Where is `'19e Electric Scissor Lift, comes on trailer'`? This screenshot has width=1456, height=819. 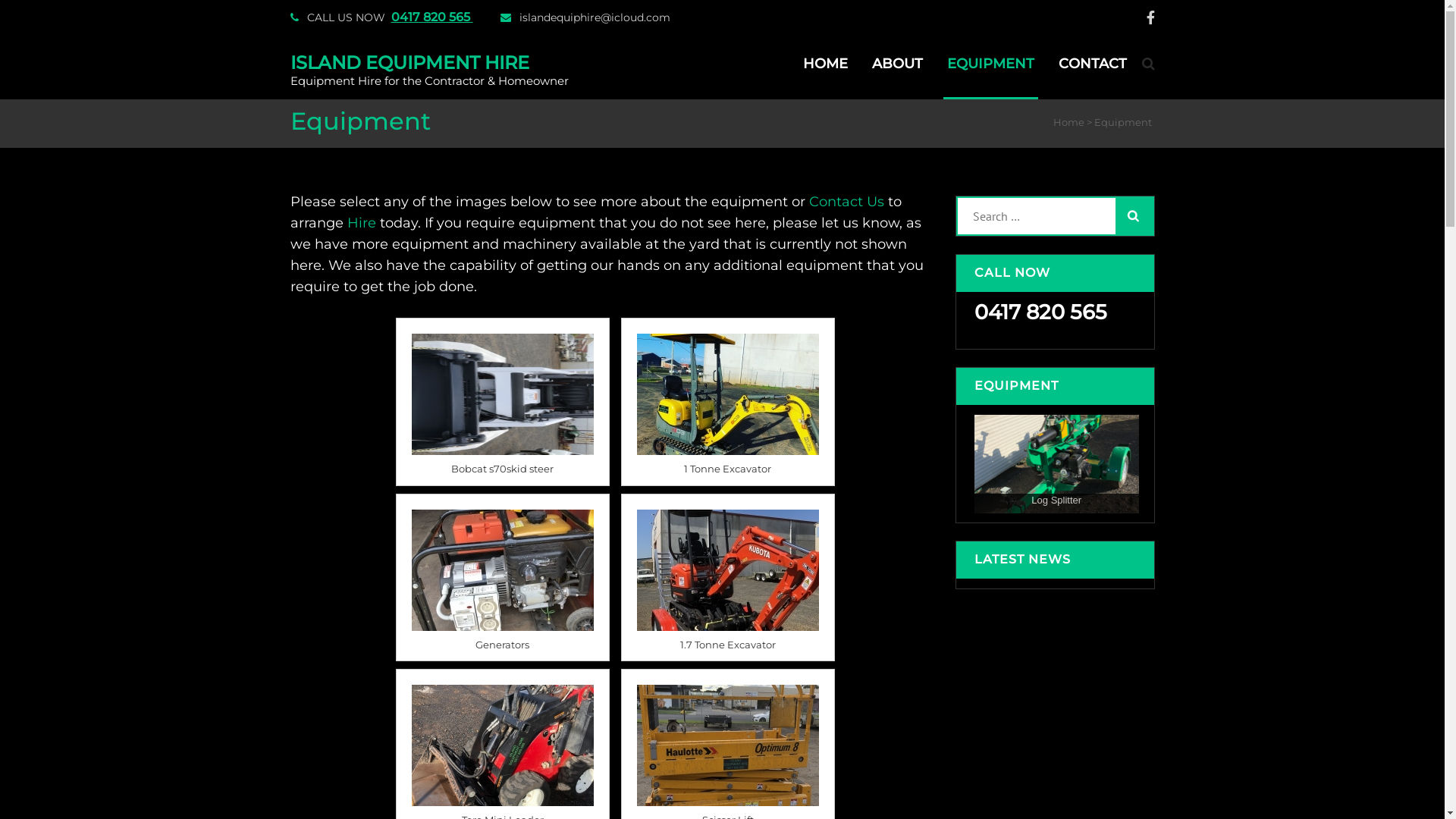 '19e Electric Scissor Lift, comes on trailer' is located at coordinates (728, 745).